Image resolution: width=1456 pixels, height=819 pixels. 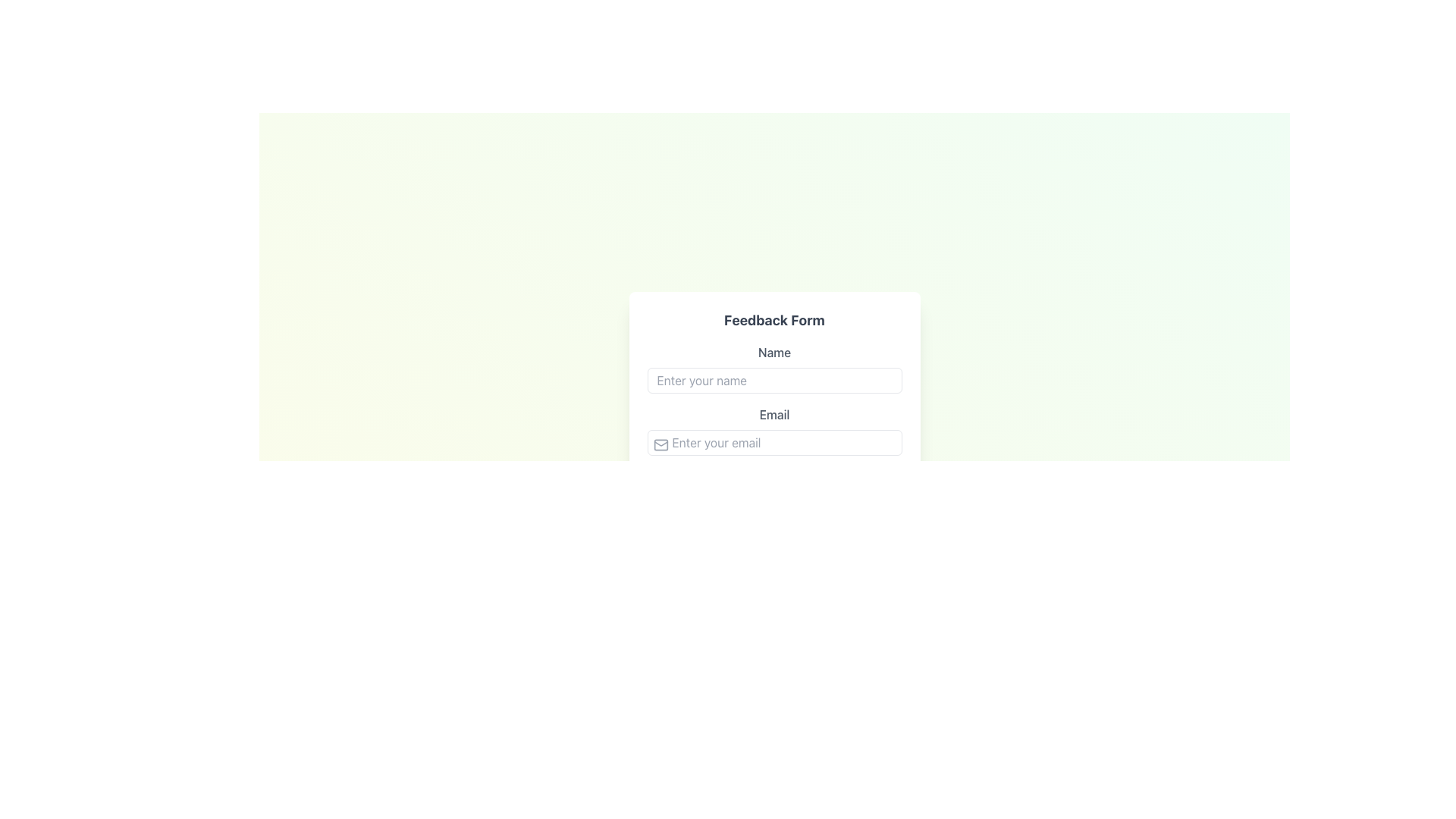 What do you see at coordinates (661, 444) in the screenshot?
I see `the email input icon located on the left margin inside the email input field, indicating that the adjacent text field is for email addresses` at bounding box center [661, 444].